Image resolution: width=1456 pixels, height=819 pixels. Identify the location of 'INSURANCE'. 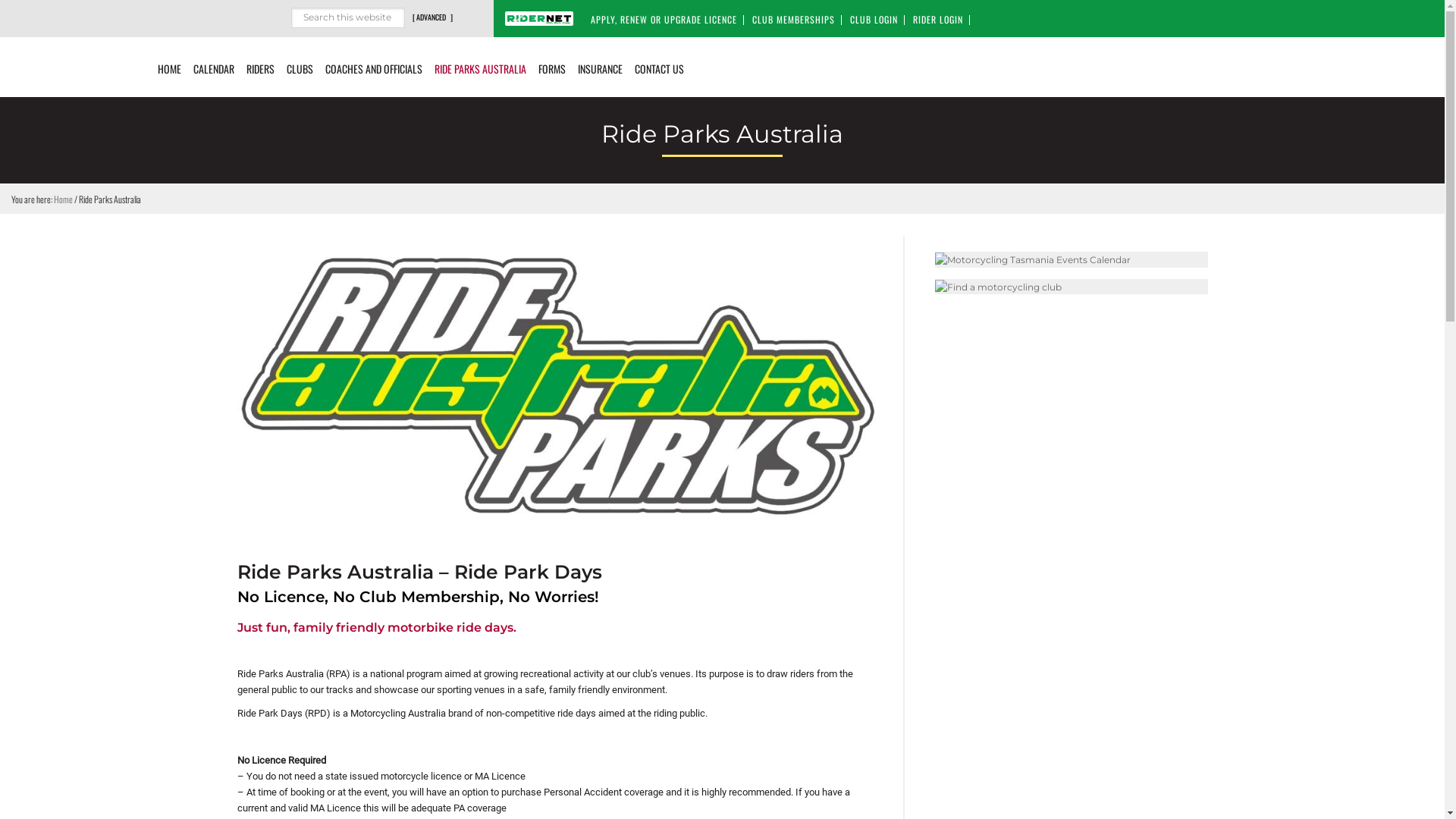
(599, 66).